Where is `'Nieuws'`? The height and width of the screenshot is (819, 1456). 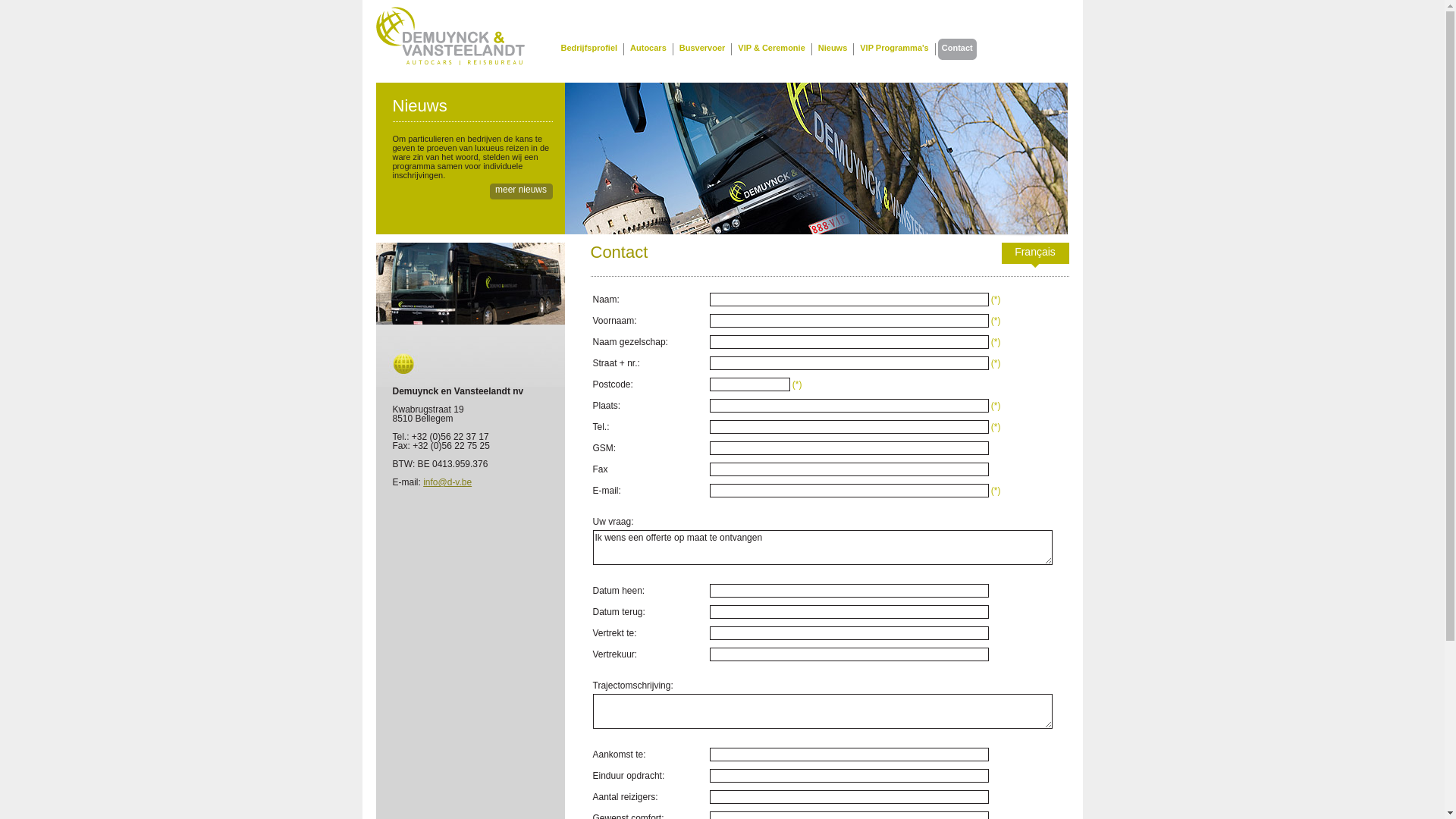
'Nieuws' is located at coordinates (832, 49).